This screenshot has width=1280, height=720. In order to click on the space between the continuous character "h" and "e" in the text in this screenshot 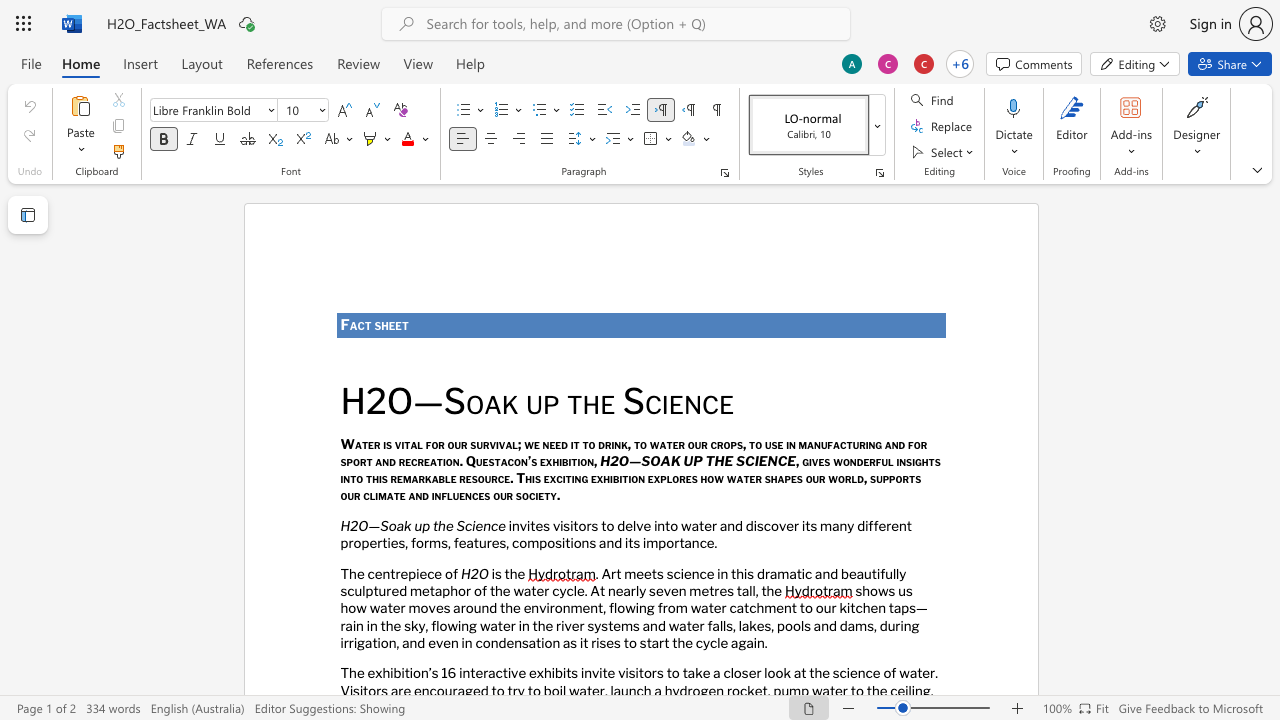, I will do `click(388, 324)`.